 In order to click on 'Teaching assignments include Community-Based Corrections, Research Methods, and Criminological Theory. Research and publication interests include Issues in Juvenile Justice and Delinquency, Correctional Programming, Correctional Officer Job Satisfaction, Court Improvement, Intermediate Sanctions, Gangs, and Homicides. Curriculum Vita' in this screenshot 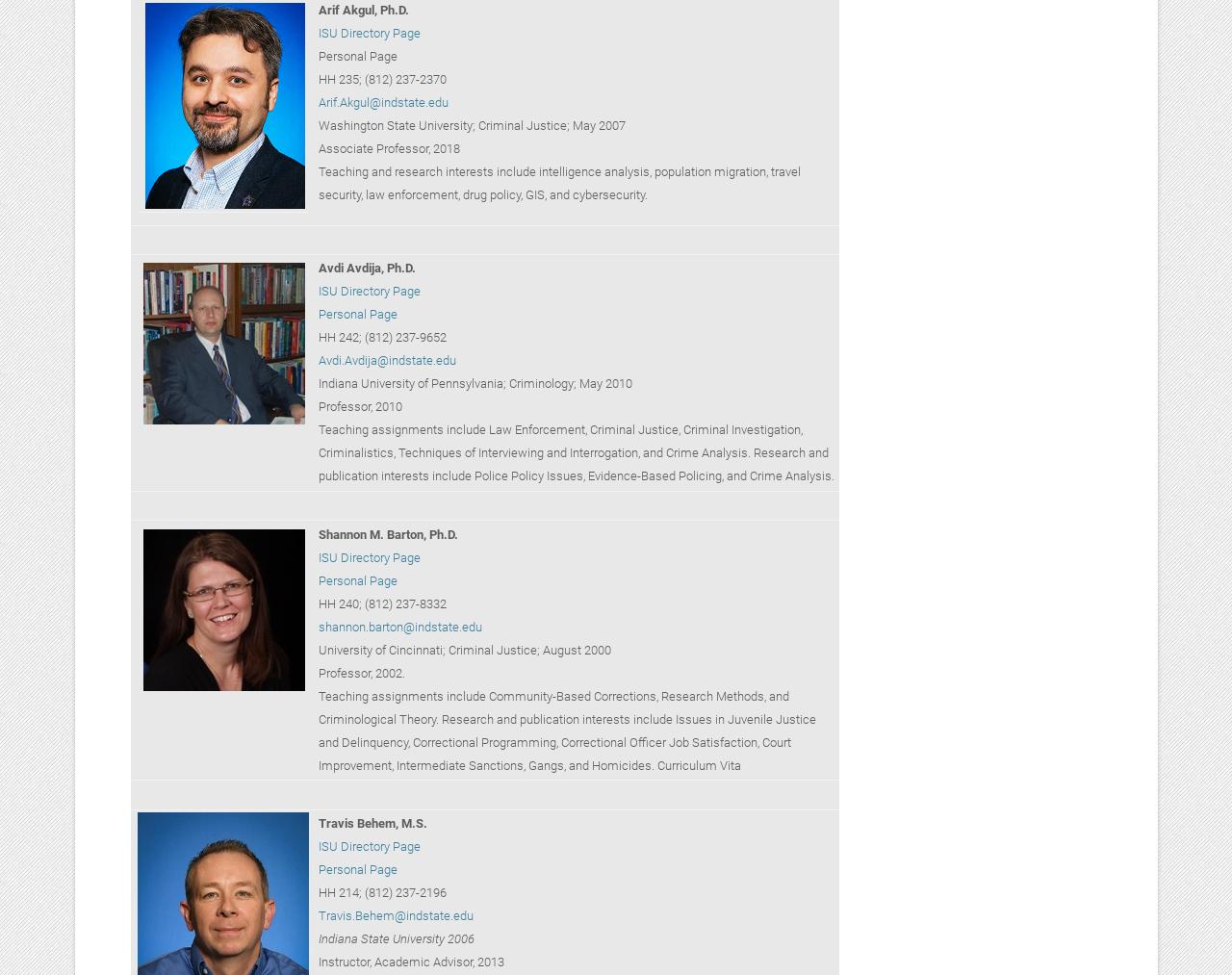, I will do `click(565, 730)`.